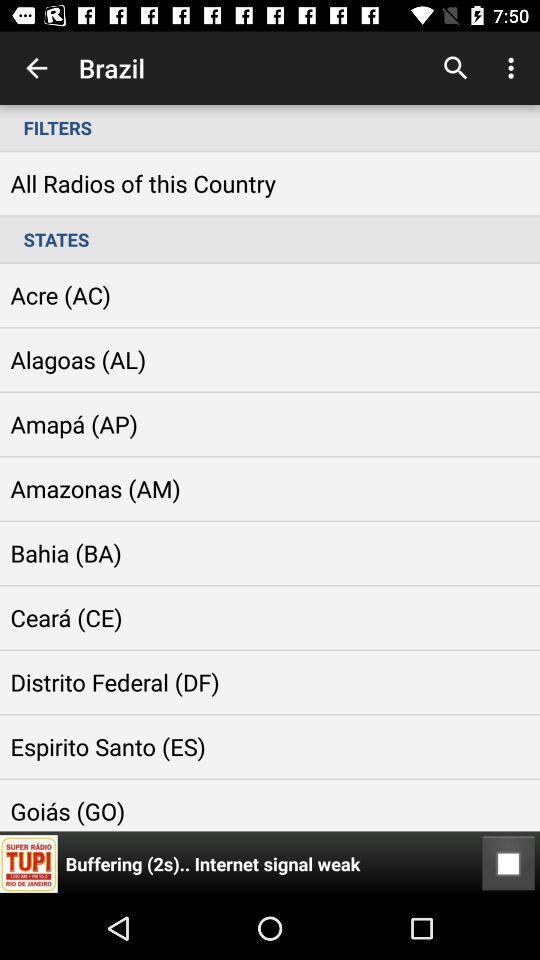 The width and height of the screenshot is (540, 960). What do you see at coordinates (455, 68) in the screenshot?
I see `the icon next to brazil app` at bounding box center [455, 68].